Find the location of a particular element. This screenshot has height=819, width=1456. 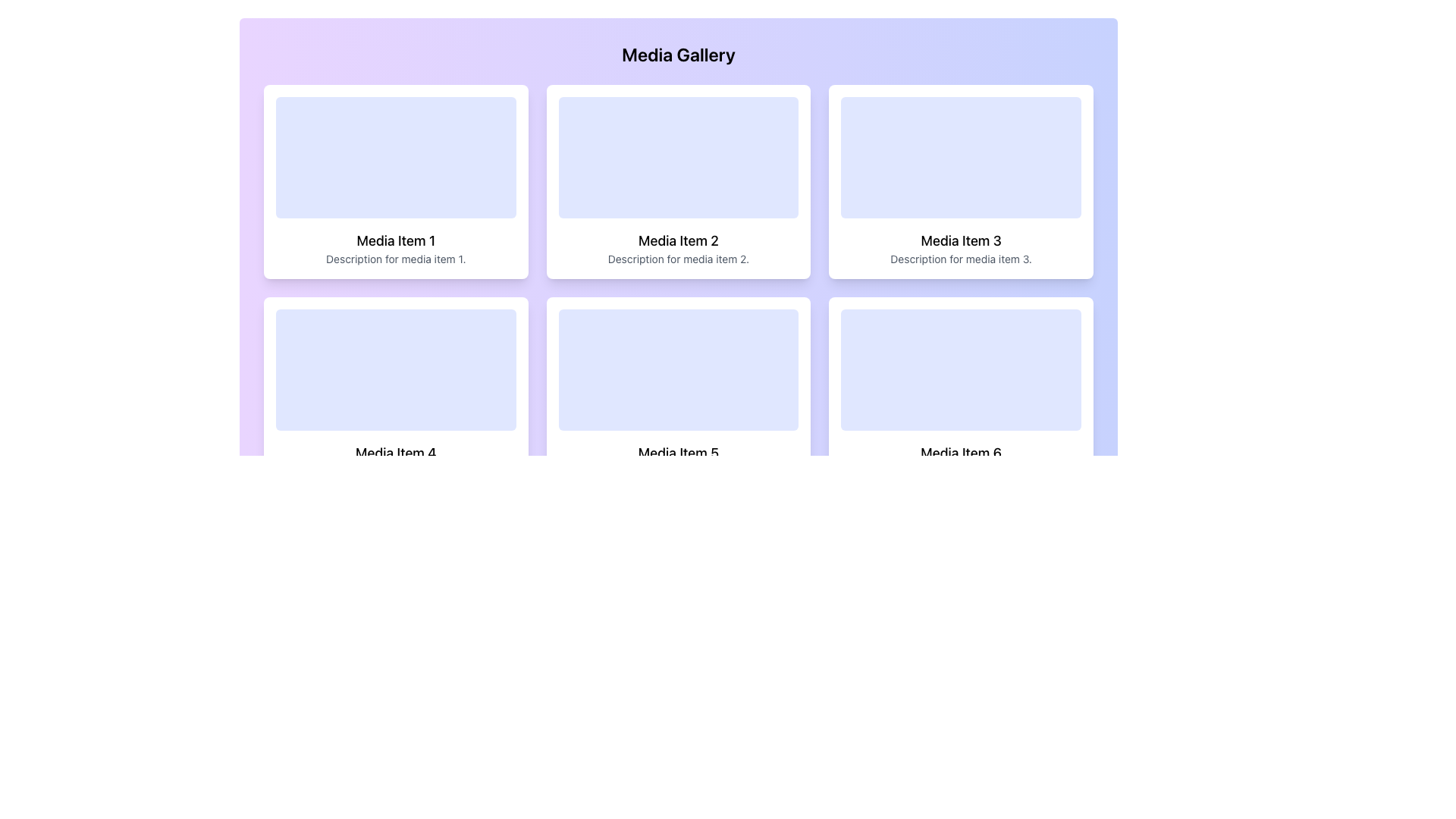

text from the label that says 'Media Item 6', which is located in the last card of the second row in the media gallery grid is located at coordinates (960, 452).